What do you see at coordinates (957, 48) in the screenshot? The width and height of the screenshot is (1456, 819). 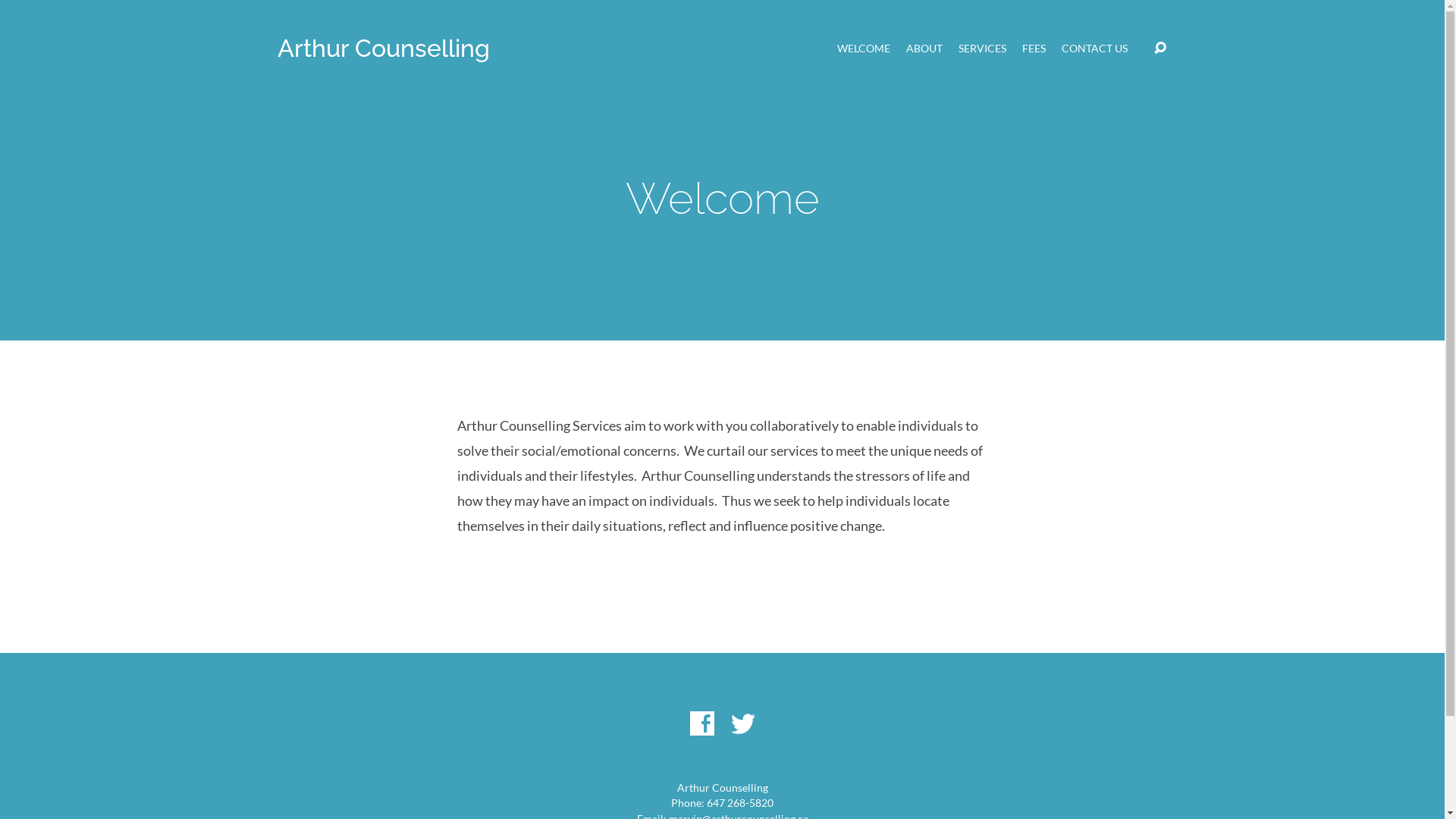 I see `'SERVICES'` at bounding box center [957, 48].